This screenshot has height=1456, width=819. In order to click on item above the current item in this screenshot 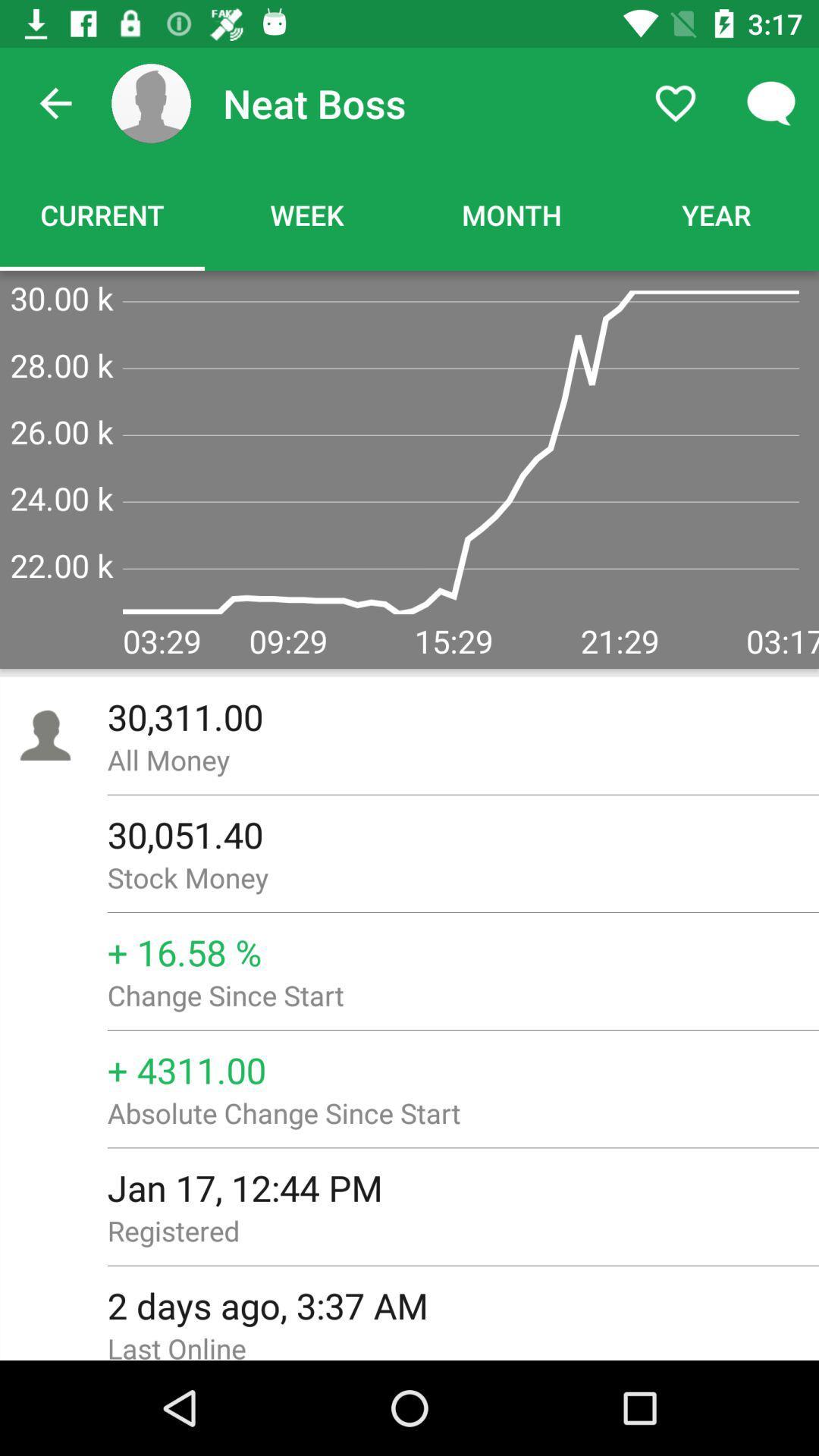, I will do `click(55, 102)`.